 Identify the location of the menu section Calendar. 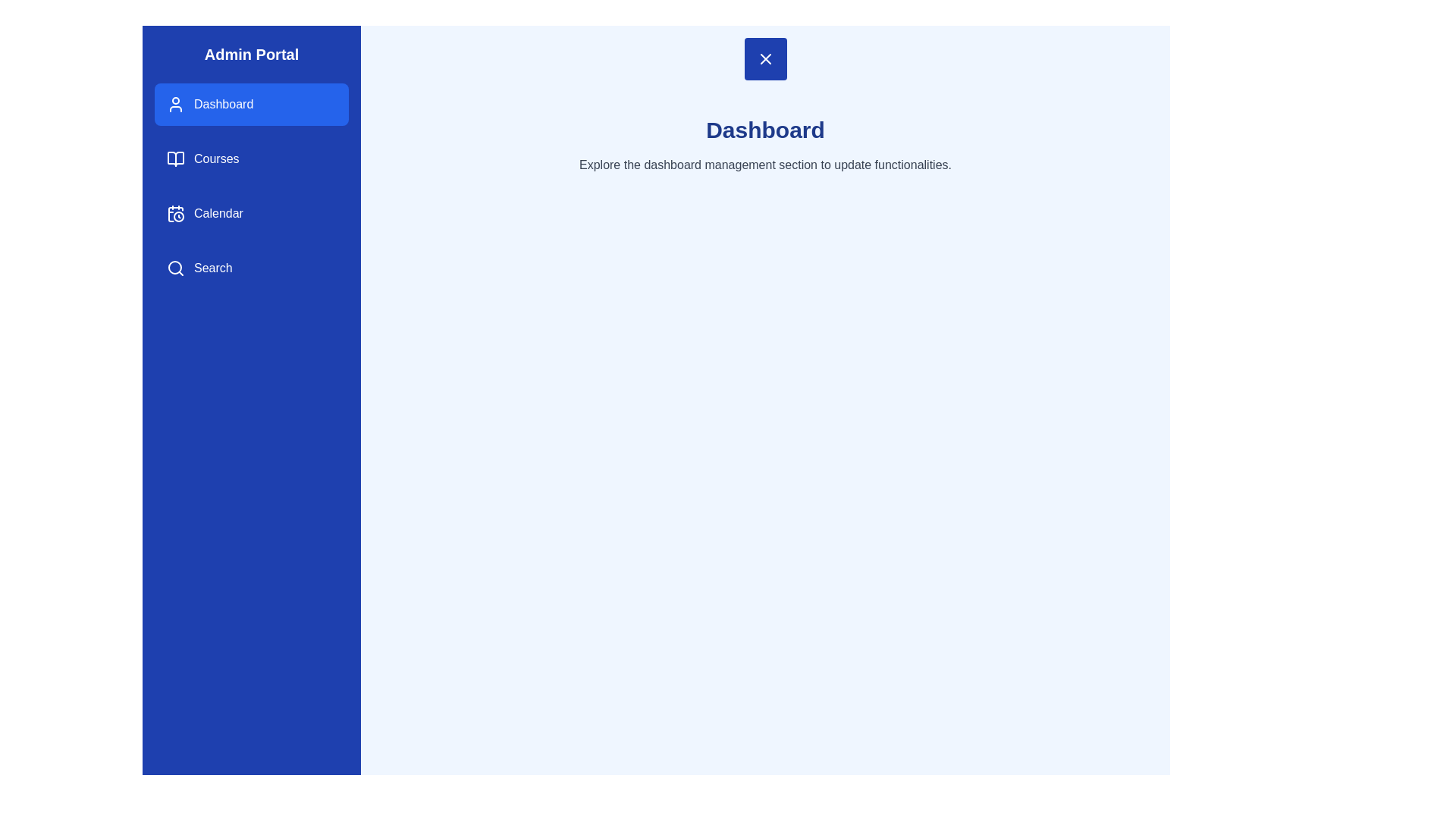
(251, 213).